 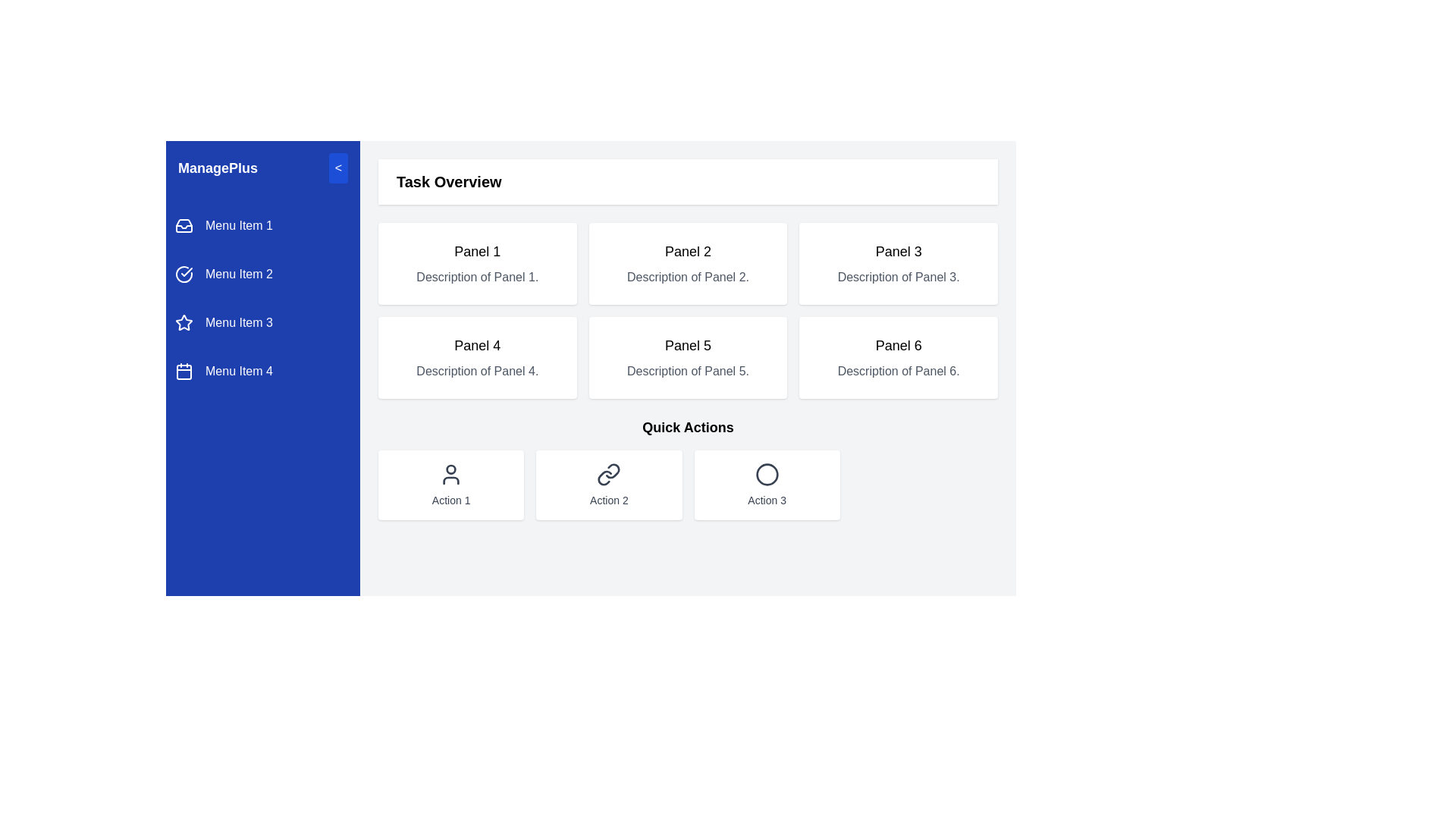 I want to click on the central circular part of the 'Action 3' button in the 'Quick Actions' section of the layout by navigating, so click(x=767, y=473).